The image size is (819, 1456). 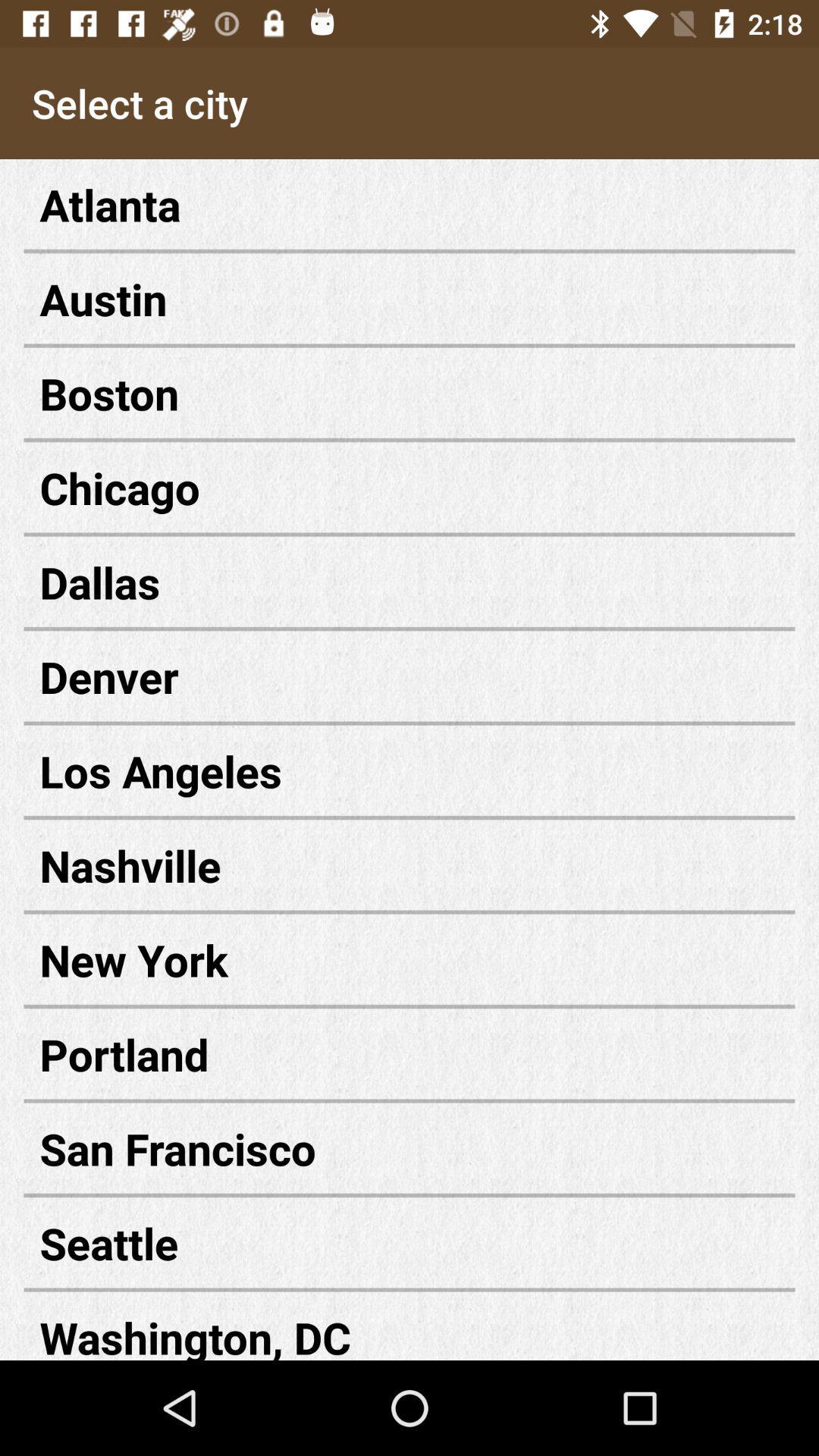 What do you see at coordinates (409, 1148) in the screenshot?
I see `the san francisco item` at bounding box center [409, 1148].